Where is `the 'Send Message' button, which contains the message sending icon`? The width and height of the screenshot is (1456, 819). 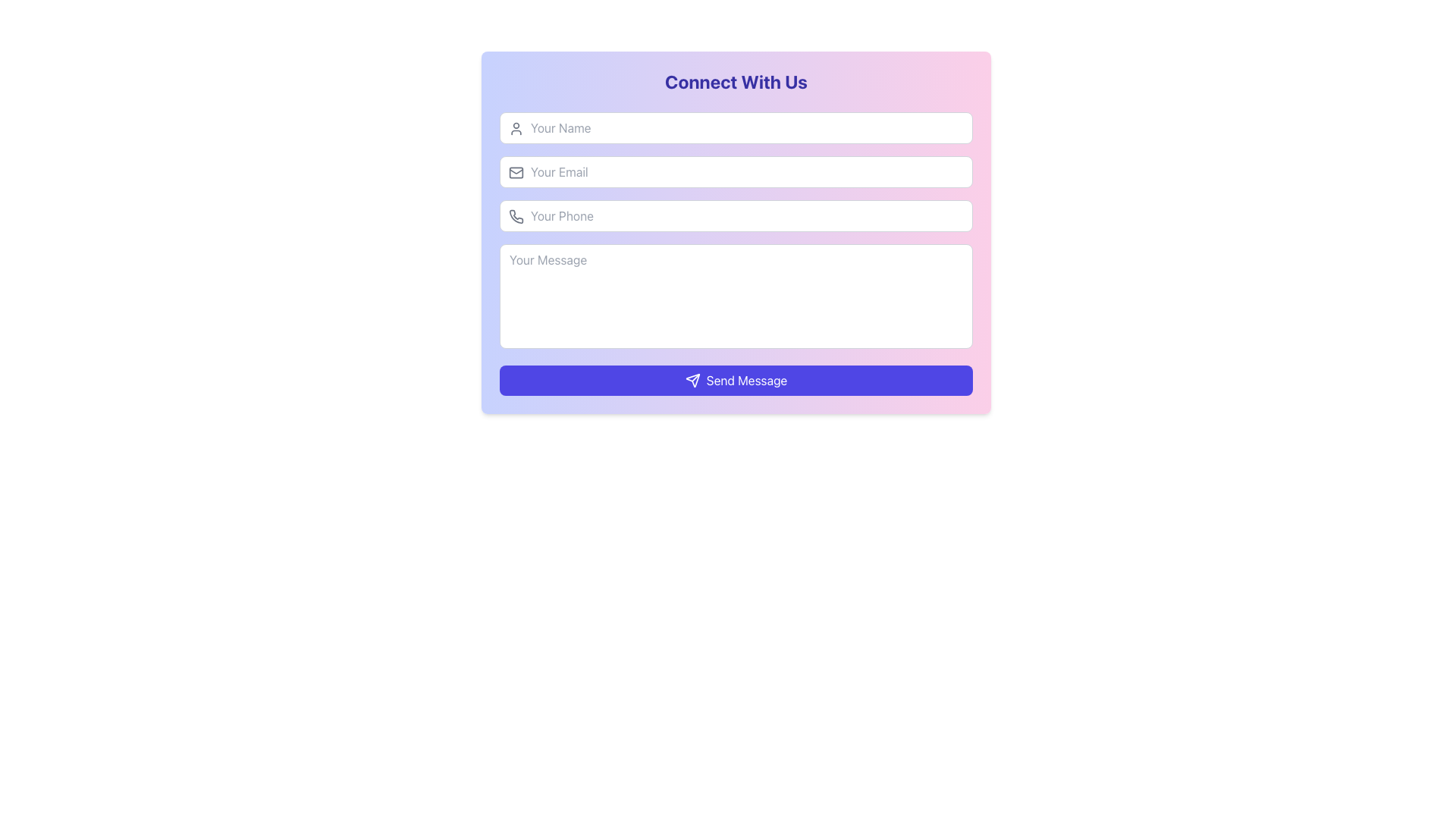
the 'Send Message' button, which contains the message sending icon is located at coordinates (692, 379).